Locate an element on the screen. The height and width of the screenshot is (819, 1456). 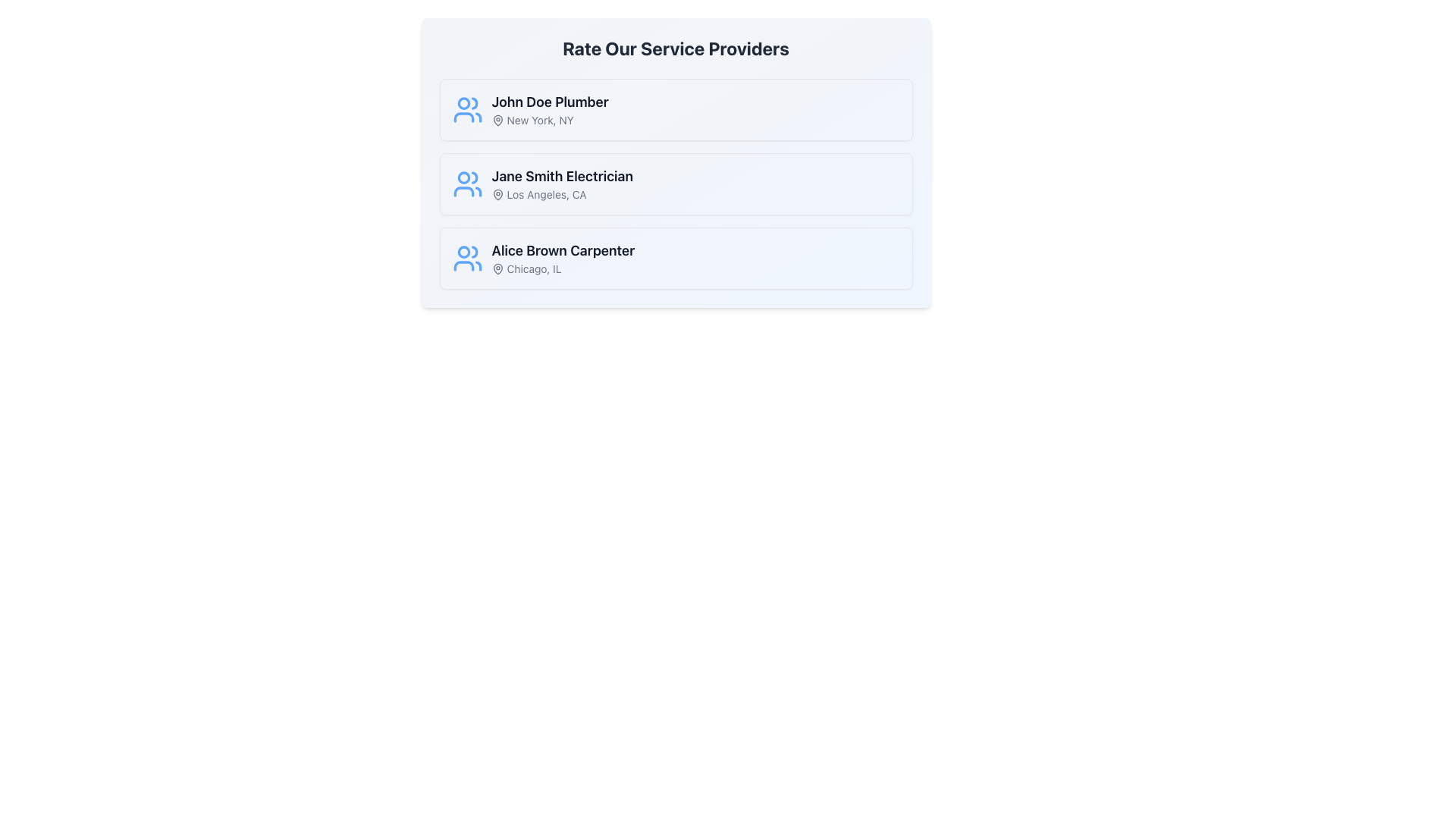
the static text label displaying the service provider name 'Alice Brown Carpenter', which is the last item in a list of providers, positioned above 'Chicago, IL' and next to a map pin icon is located at coordinates (562, 250).